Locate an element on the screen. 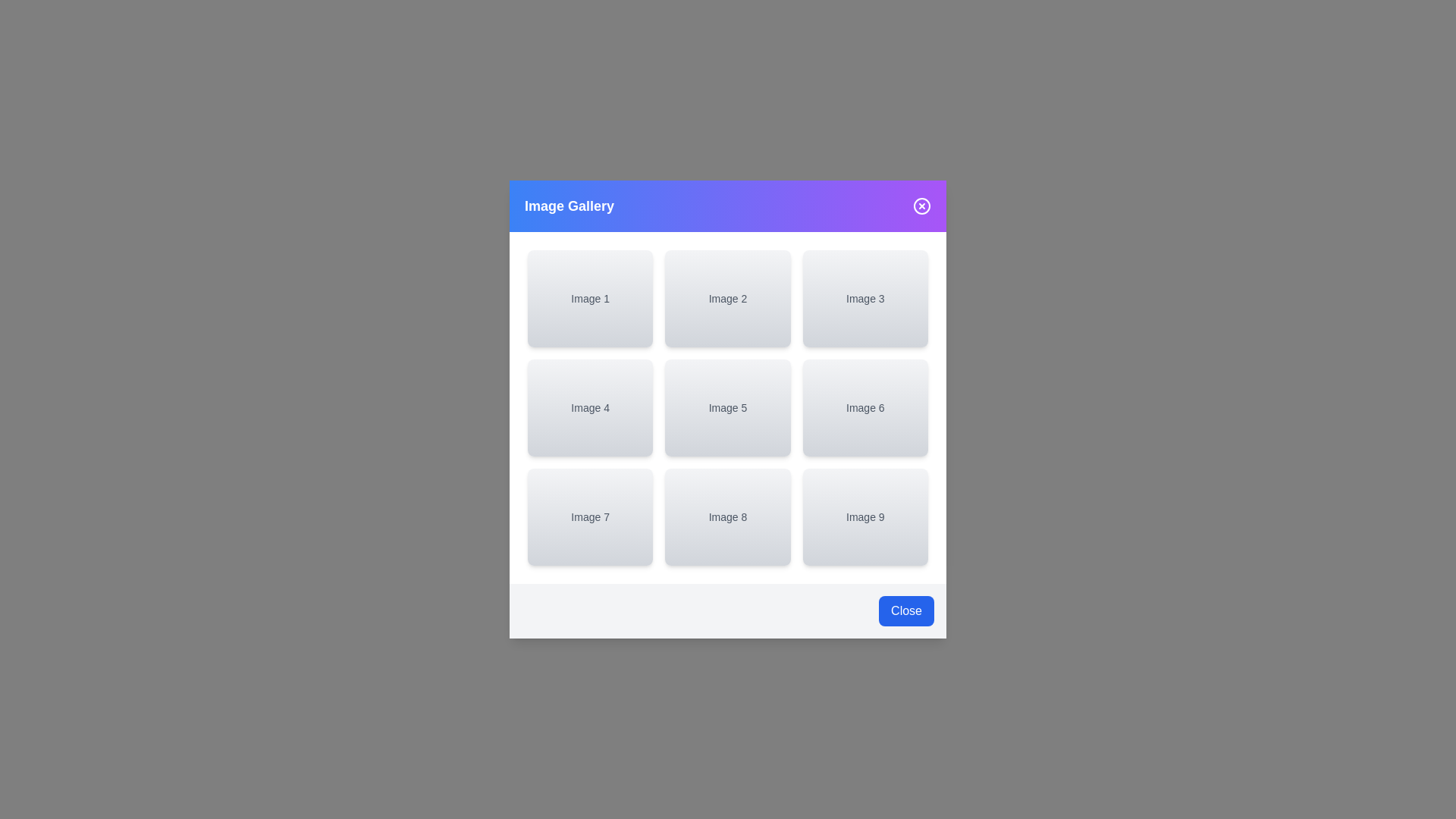 The width and height of the screenshot is (1456, 819). the 'X' icon in the header to close the dialog is located at coordinates (921, 206).